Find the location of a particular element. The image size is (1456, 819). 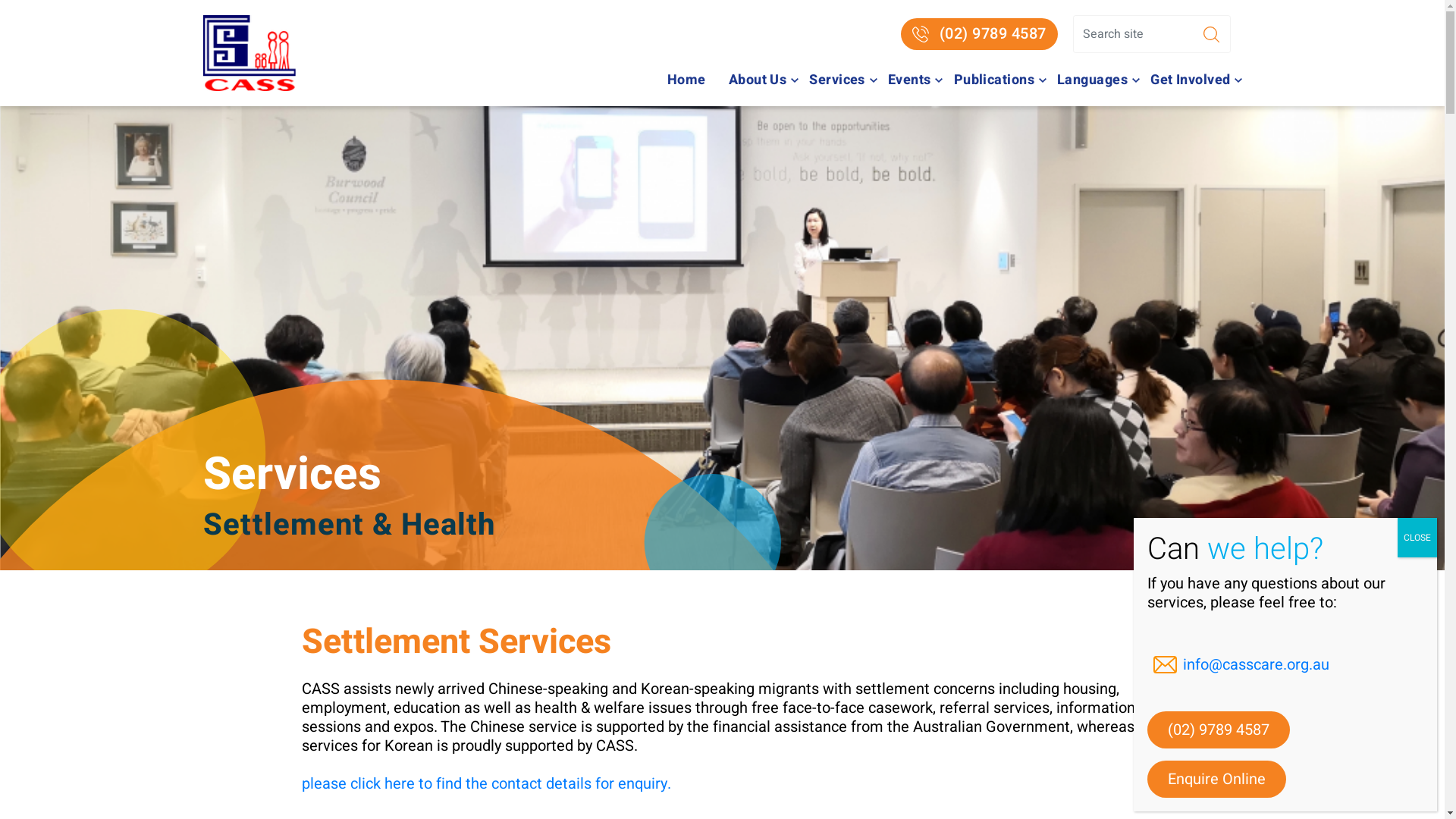

'Get Involved' is located at coordinates (1189, 80).